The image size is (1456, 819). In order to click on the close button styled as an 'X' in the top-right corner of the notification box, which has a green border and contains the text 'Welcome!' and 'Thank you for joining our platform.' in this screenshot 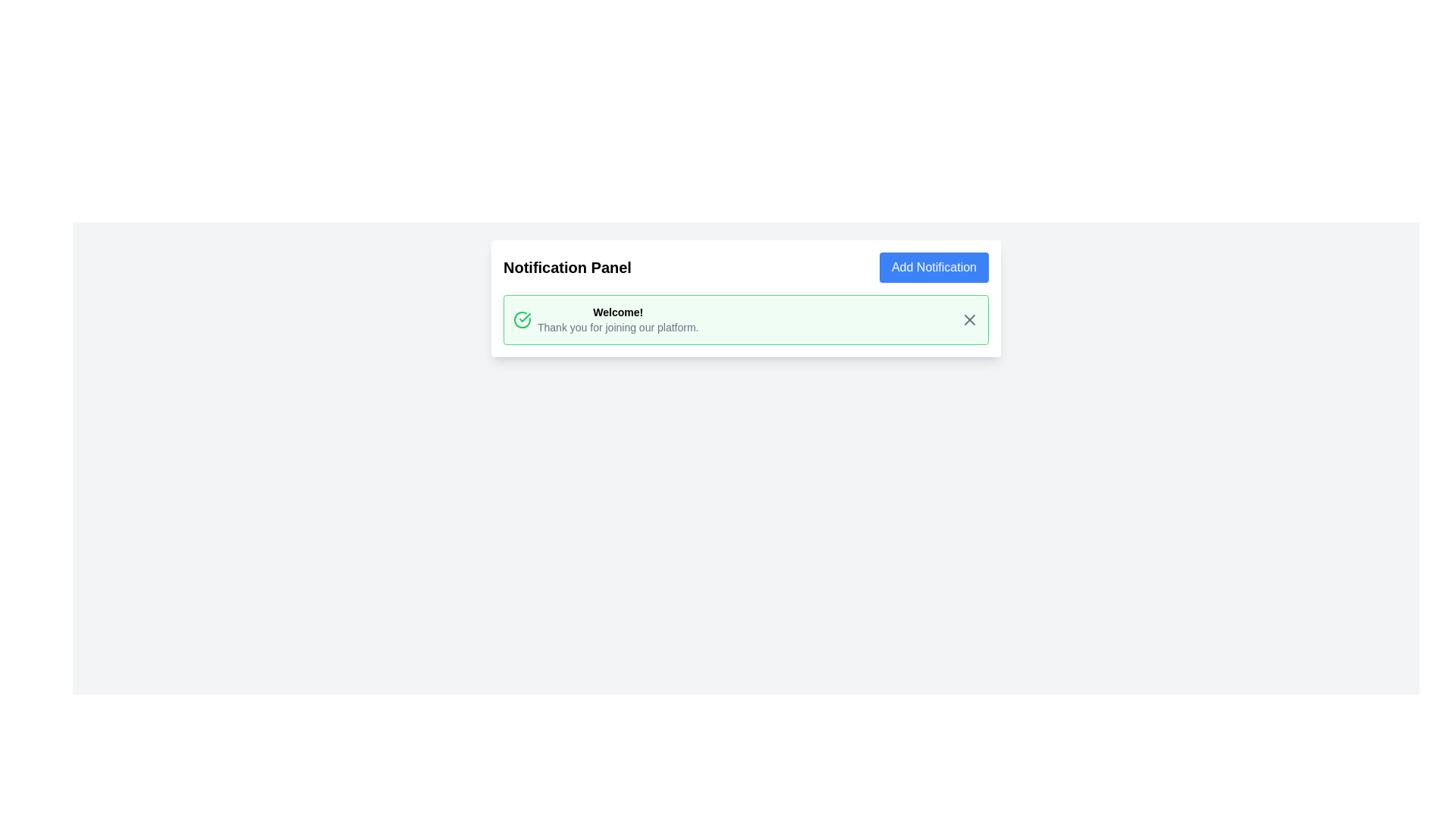, I will do `click(968, 318)`.